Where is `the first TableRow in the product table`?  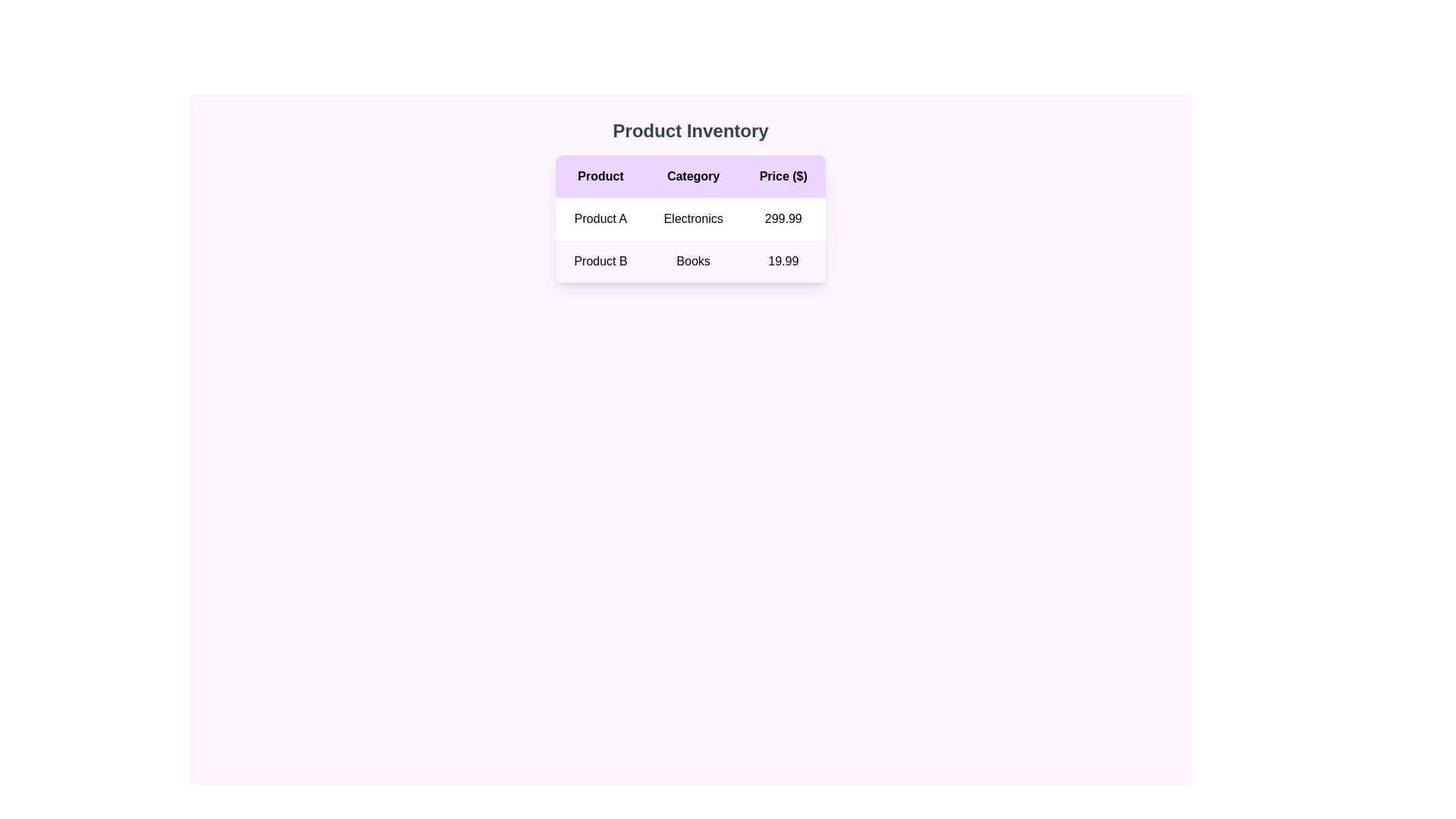
the first TableRow in the product table is located at coordinates (690, 239).